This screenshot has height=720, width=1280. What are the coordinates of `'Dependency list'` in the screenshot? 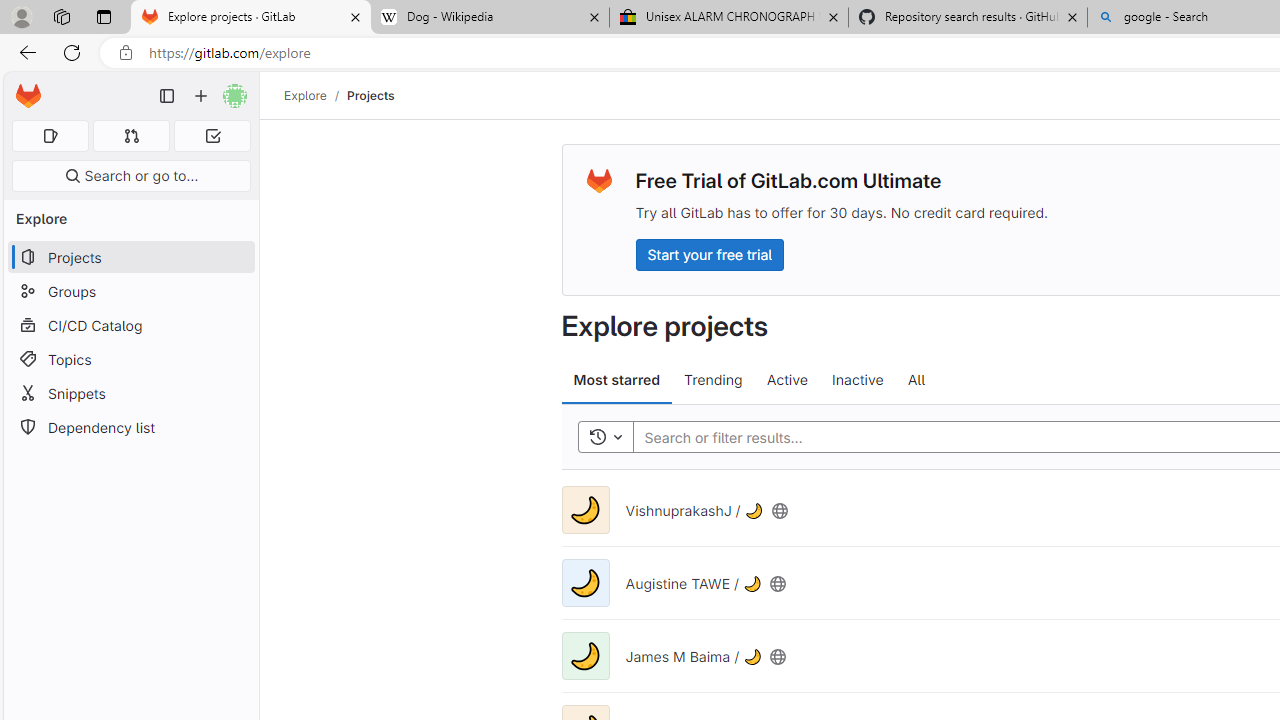 It's located at (130, 426).